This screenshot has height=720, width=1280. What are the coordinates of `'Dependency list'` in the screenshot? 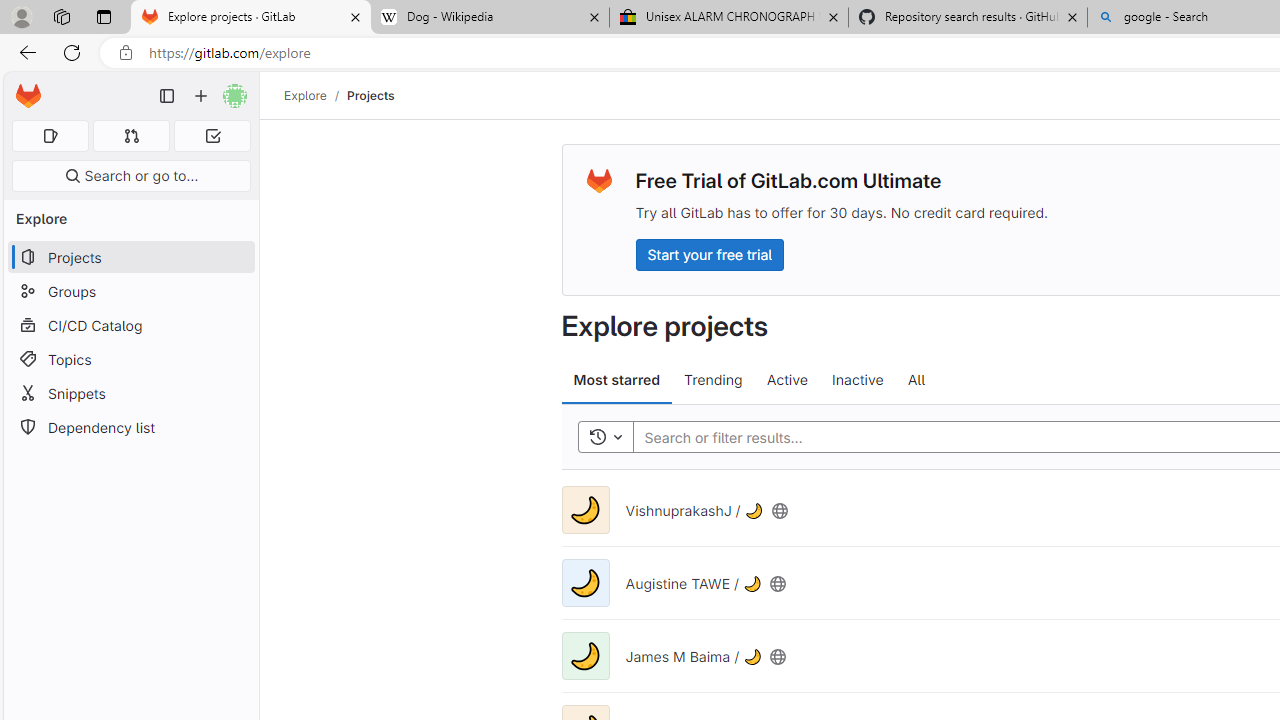 It's located at (130, 426).